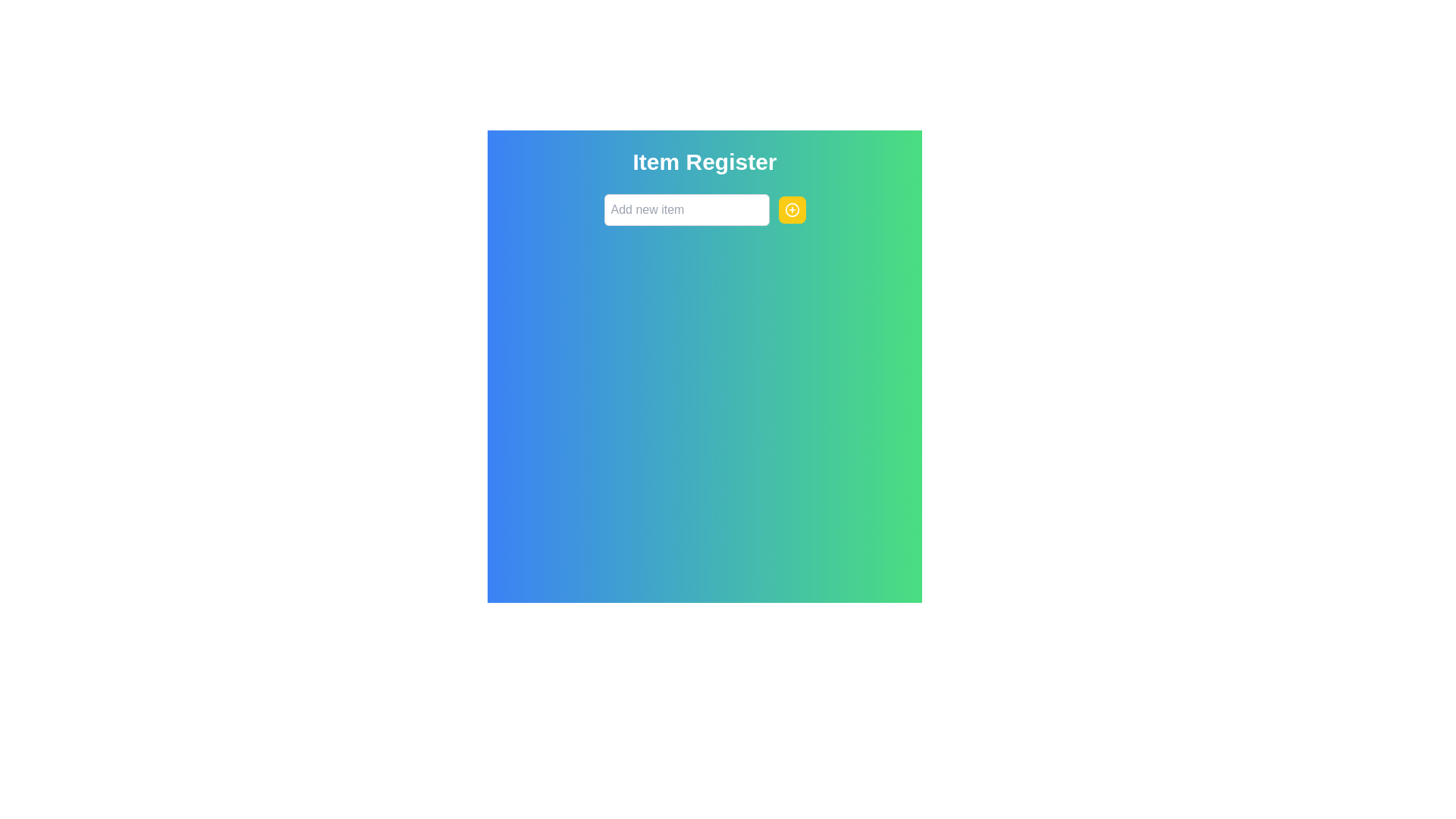  Describe the element at coordinates (791, 210) in the screenshot. I see `the yellow circular button with a '+' icon` at that location.